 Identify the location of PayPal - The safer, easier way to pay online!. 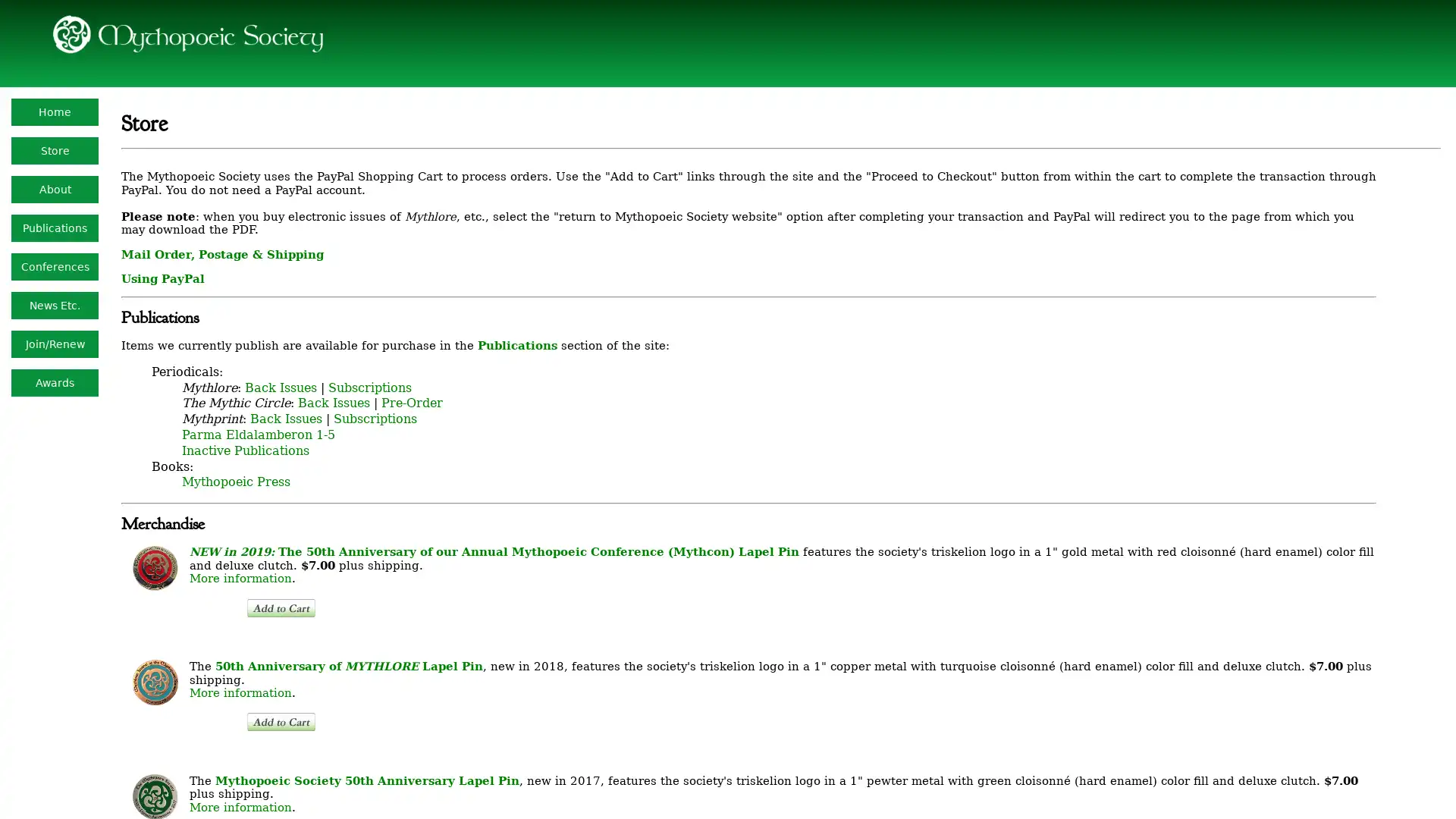
(280, 721).